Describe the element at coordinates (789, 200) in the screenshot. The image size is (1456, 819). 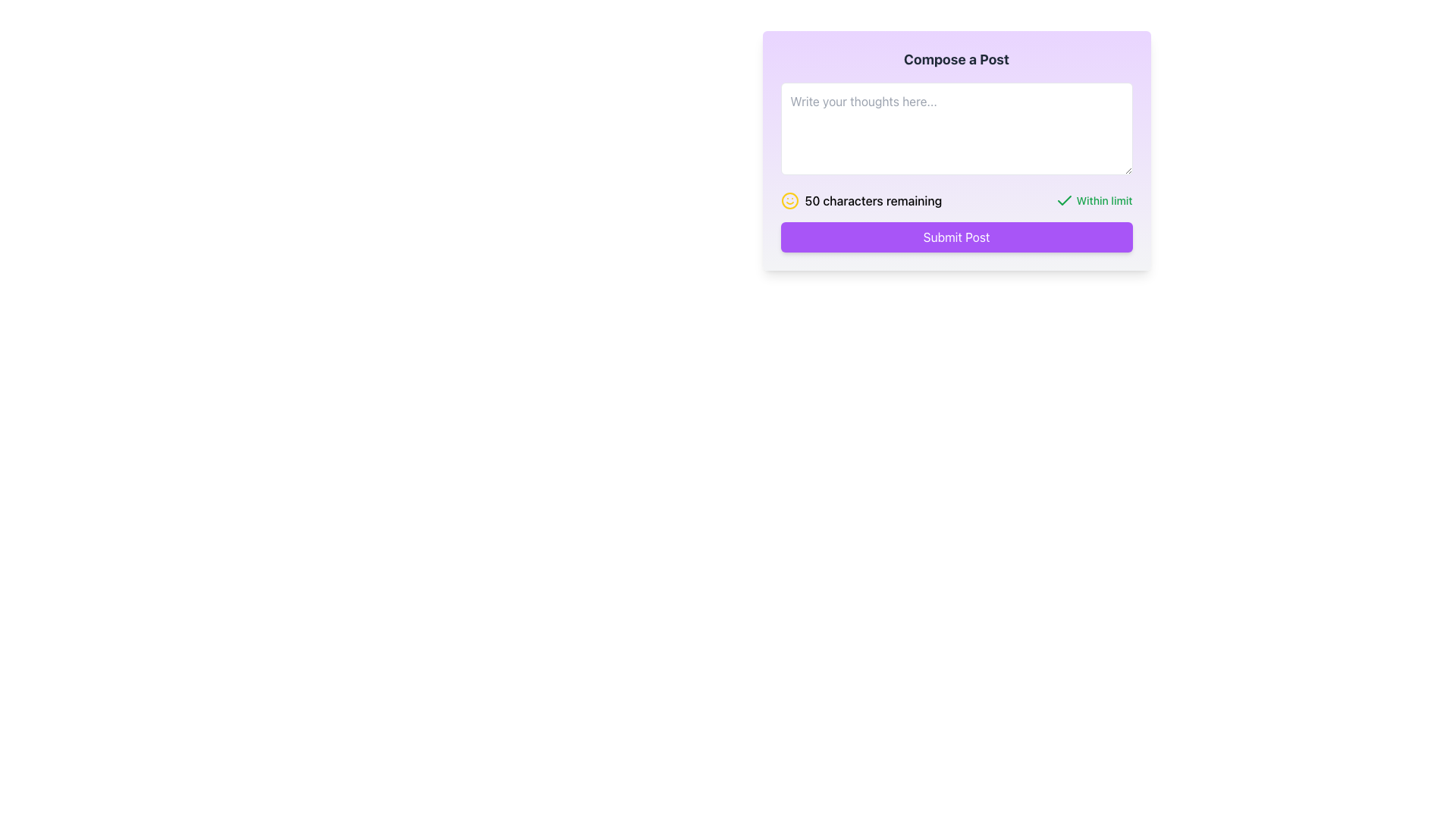
I see `the yellow smiley icon, which features a minimalistic design with a circular outline and facial expression, located to the immediate left of the '50 characters remaining' text` at that location.